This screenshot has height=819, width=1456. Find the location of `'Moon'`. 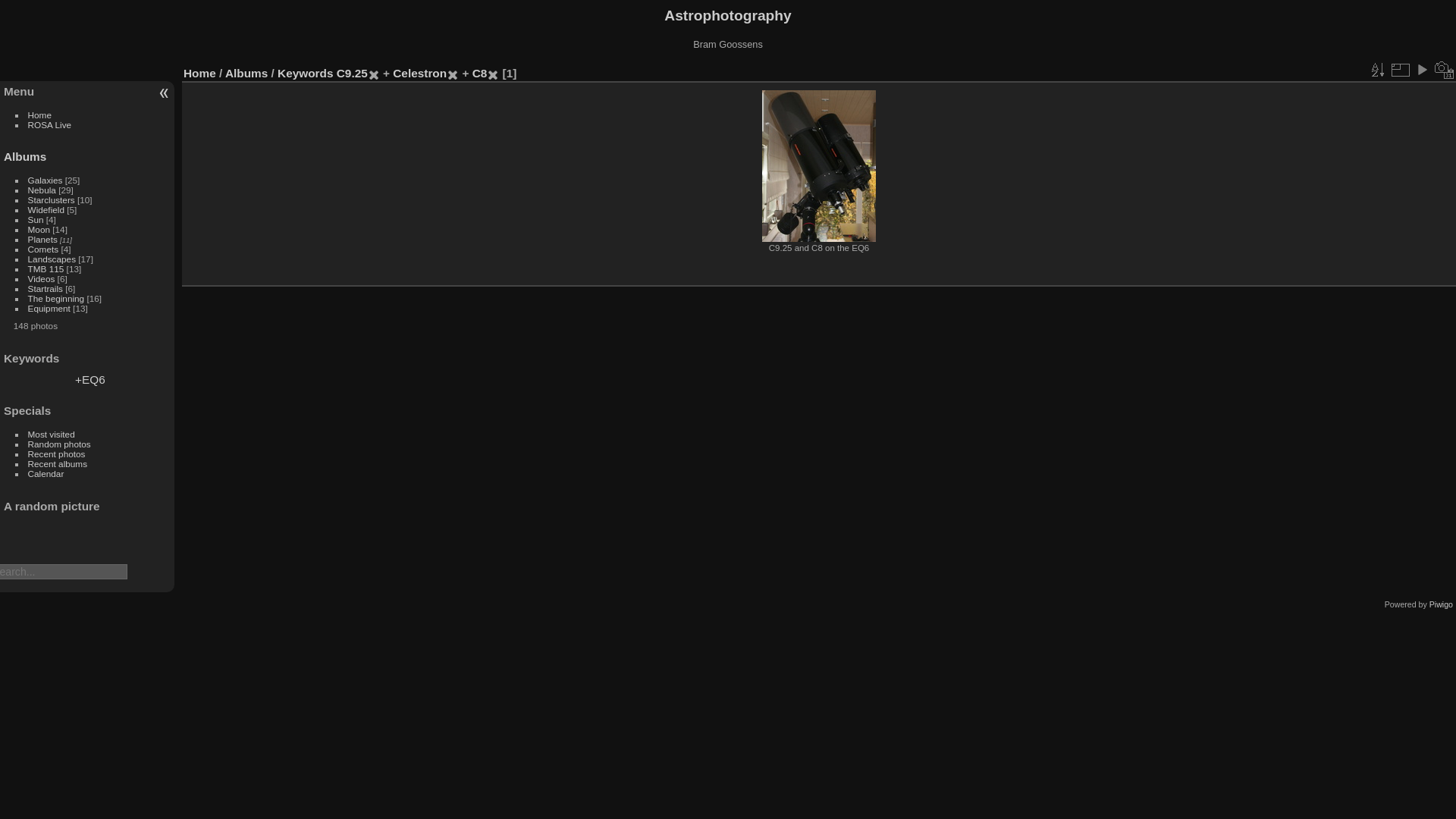

'Moon' is located at coordinates (39, 229).